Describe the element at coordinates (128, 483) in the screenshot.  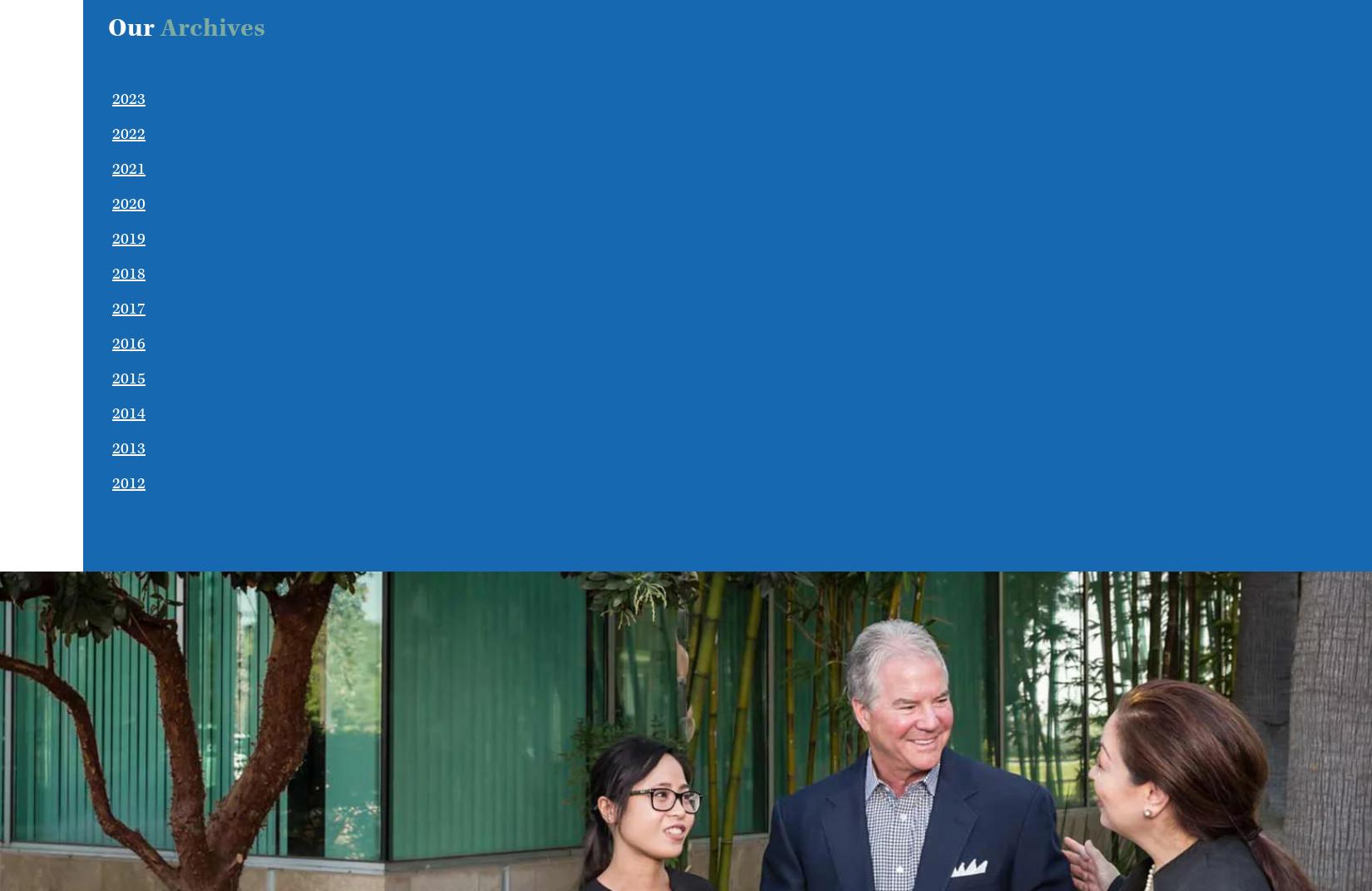
I see `'2012'` at that location.